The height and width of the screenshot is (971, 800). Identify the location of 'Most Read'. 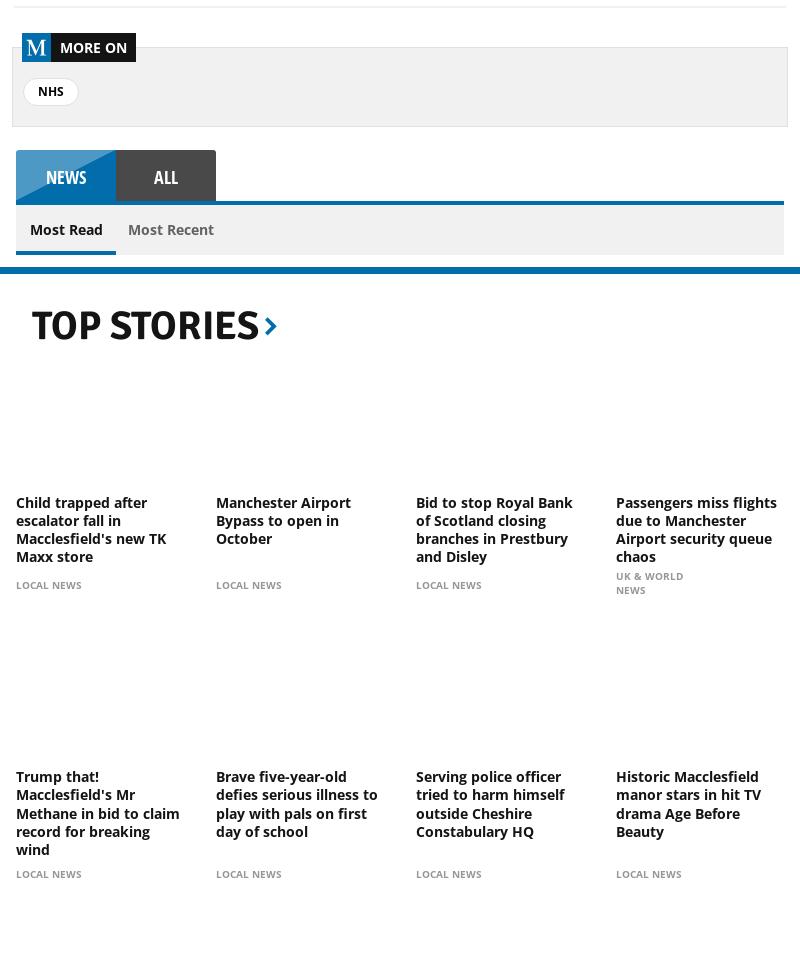
(64, 228).